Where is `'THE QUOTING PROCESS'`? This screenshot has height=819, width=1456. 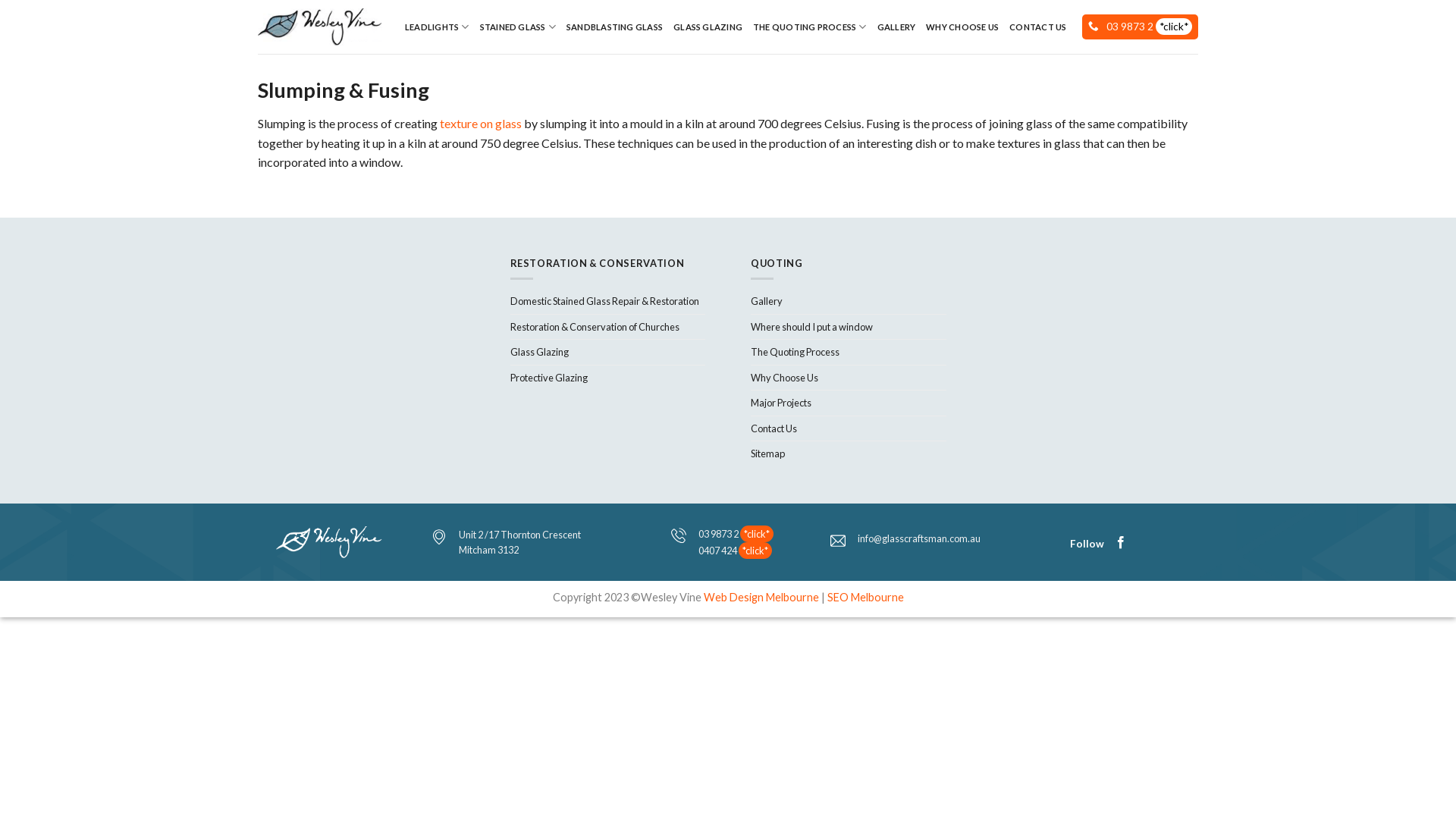 'THE QUOTING PROCESS' is located at coordinates (753, 27).